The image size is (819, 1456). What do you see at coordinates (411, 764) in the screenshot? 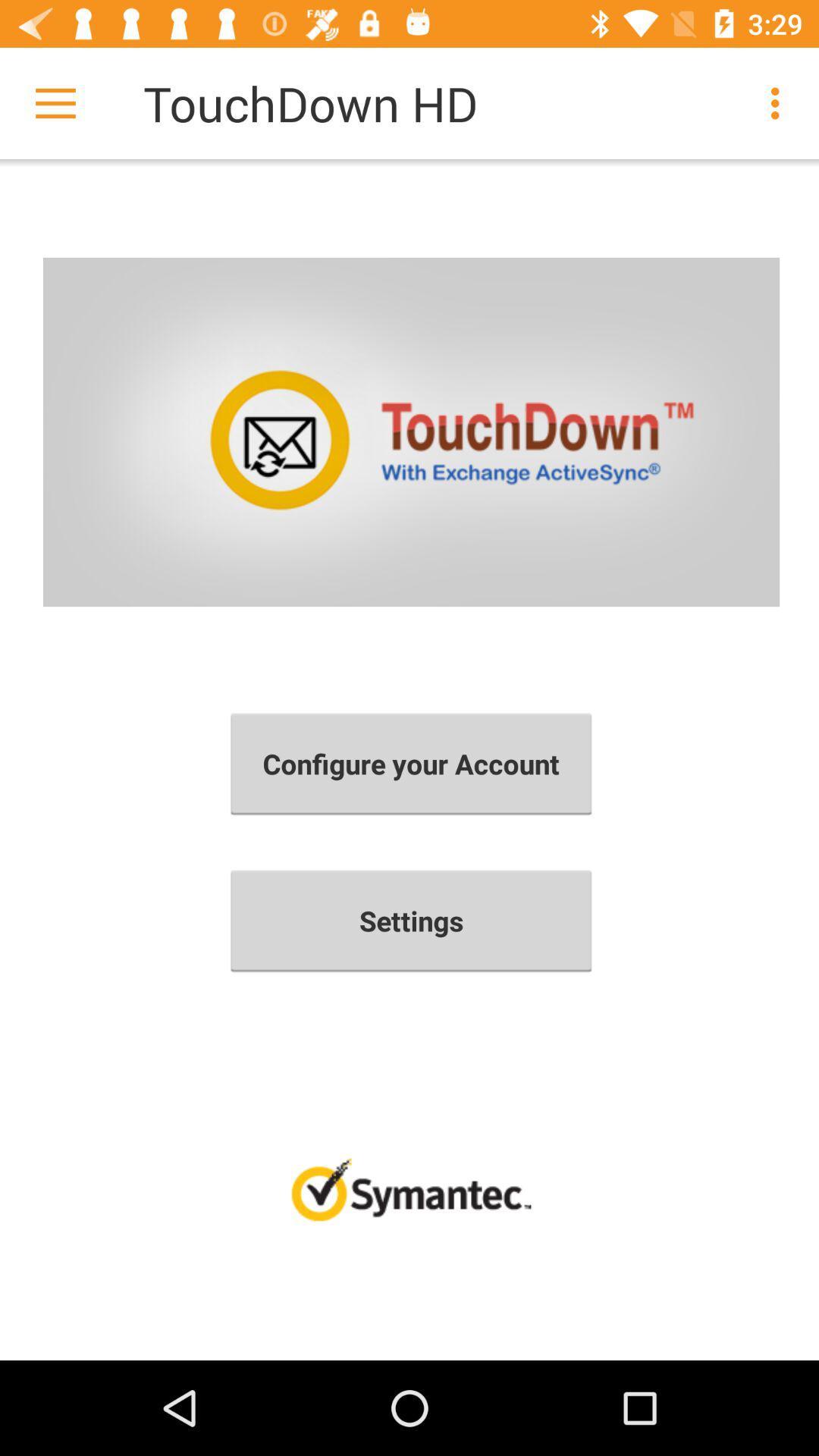
I see `the configure your account item` at bounding box center [411, 764].